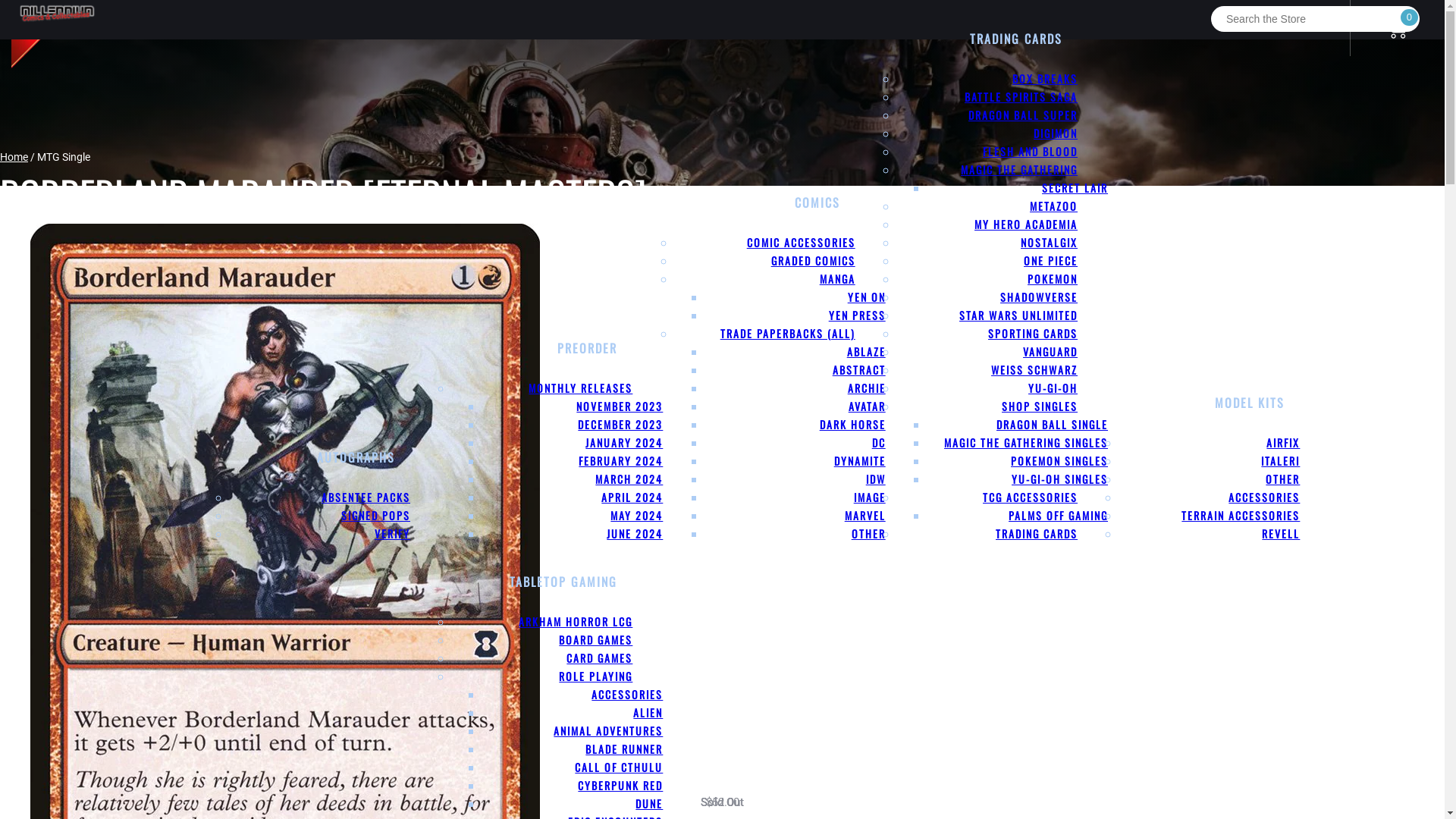 This screenshot has height=819, width=1456. What do you see at coordinates (1059, 479) in the screenshot?
I see `'YU-GI-OH SINGLES'` at bounding box center [1059, 479].